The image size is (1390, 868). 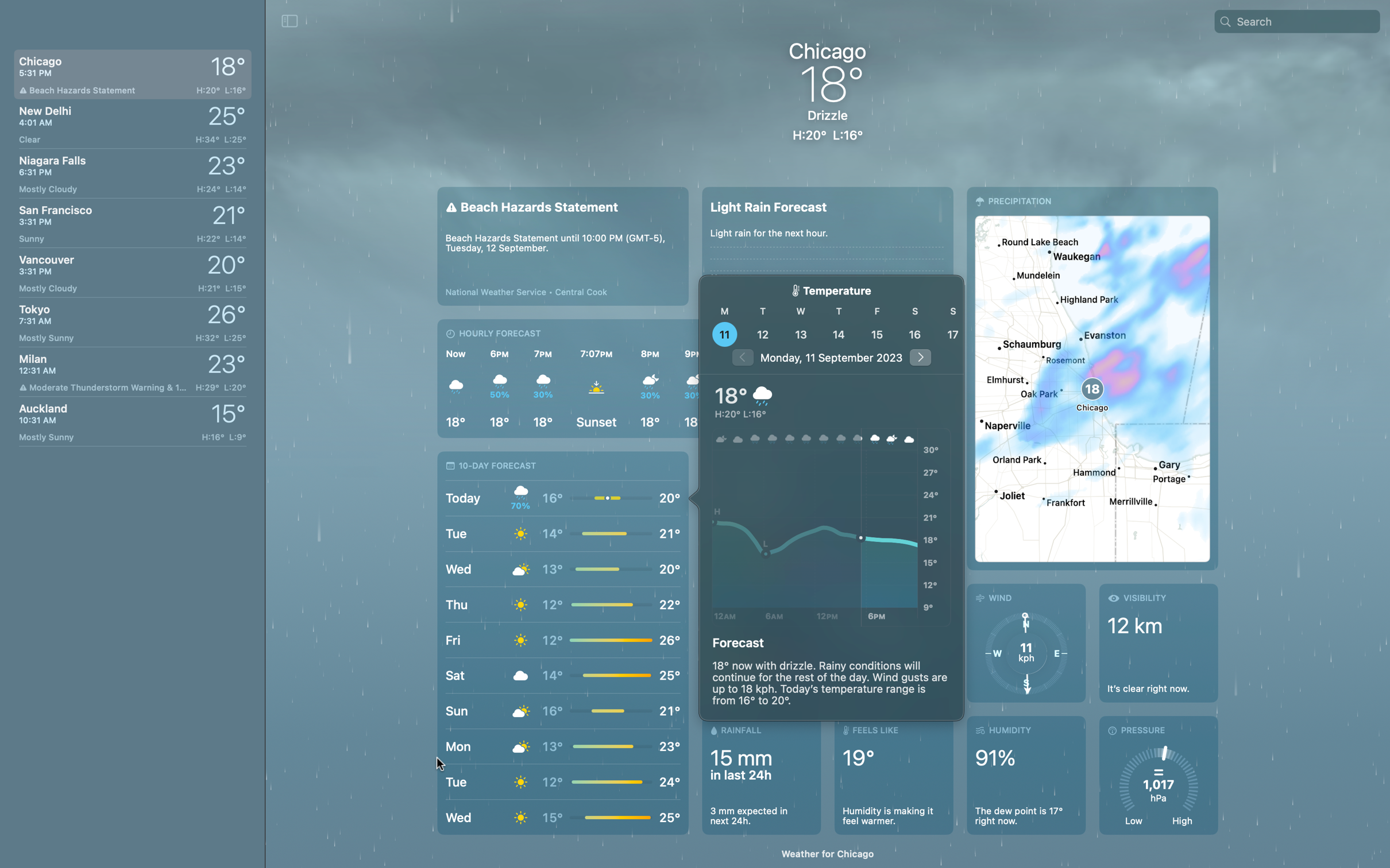 What do you see at coordinates (876, 334) in the screenshot?
I see `Retrieve 15th"s Chicago weather report` at bounding box center [876, 334].